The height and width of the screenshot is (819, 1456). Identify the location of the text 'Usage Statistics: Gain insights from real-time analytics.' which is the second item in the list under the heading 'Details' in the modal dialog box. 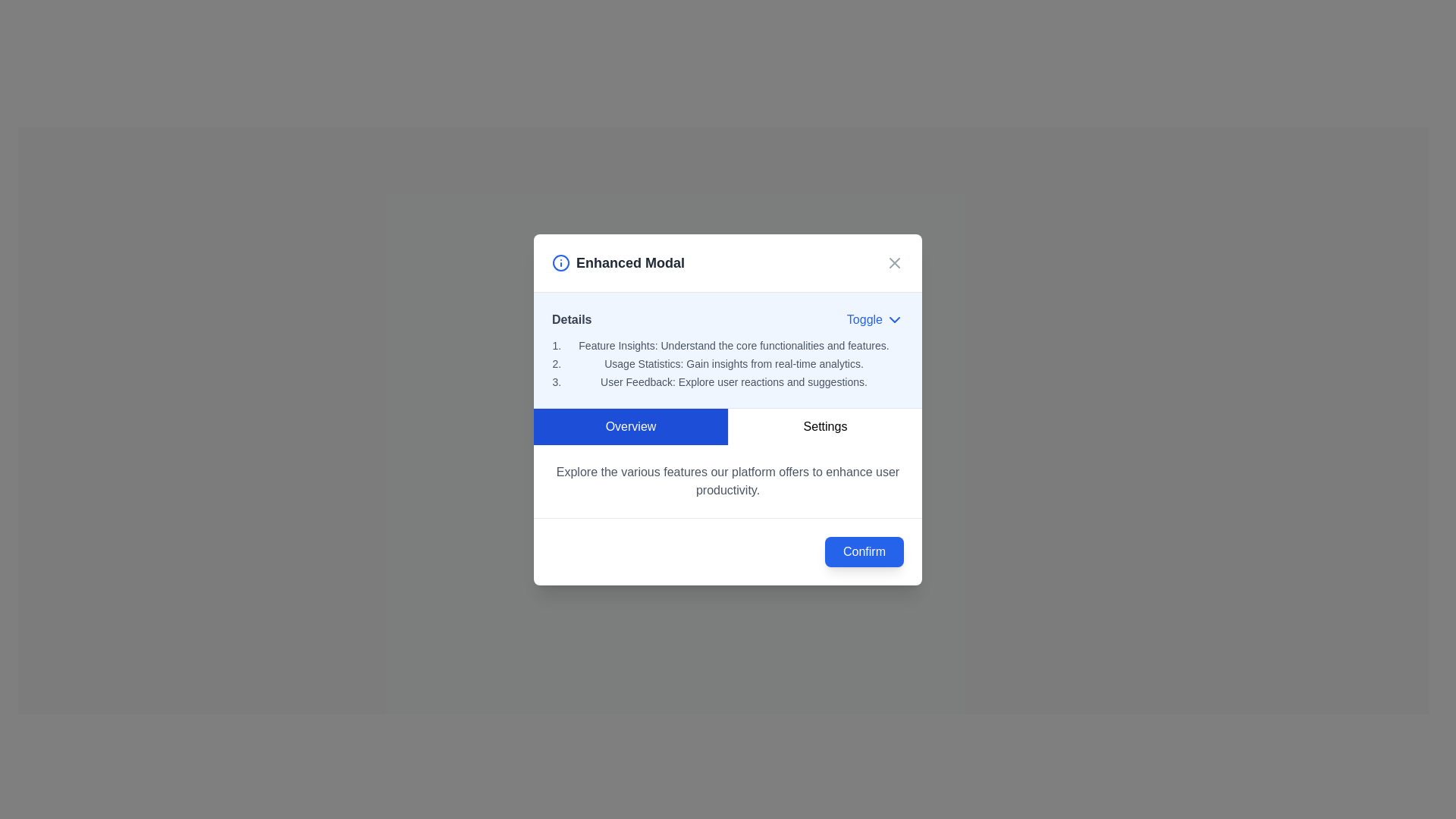
(734, 362).